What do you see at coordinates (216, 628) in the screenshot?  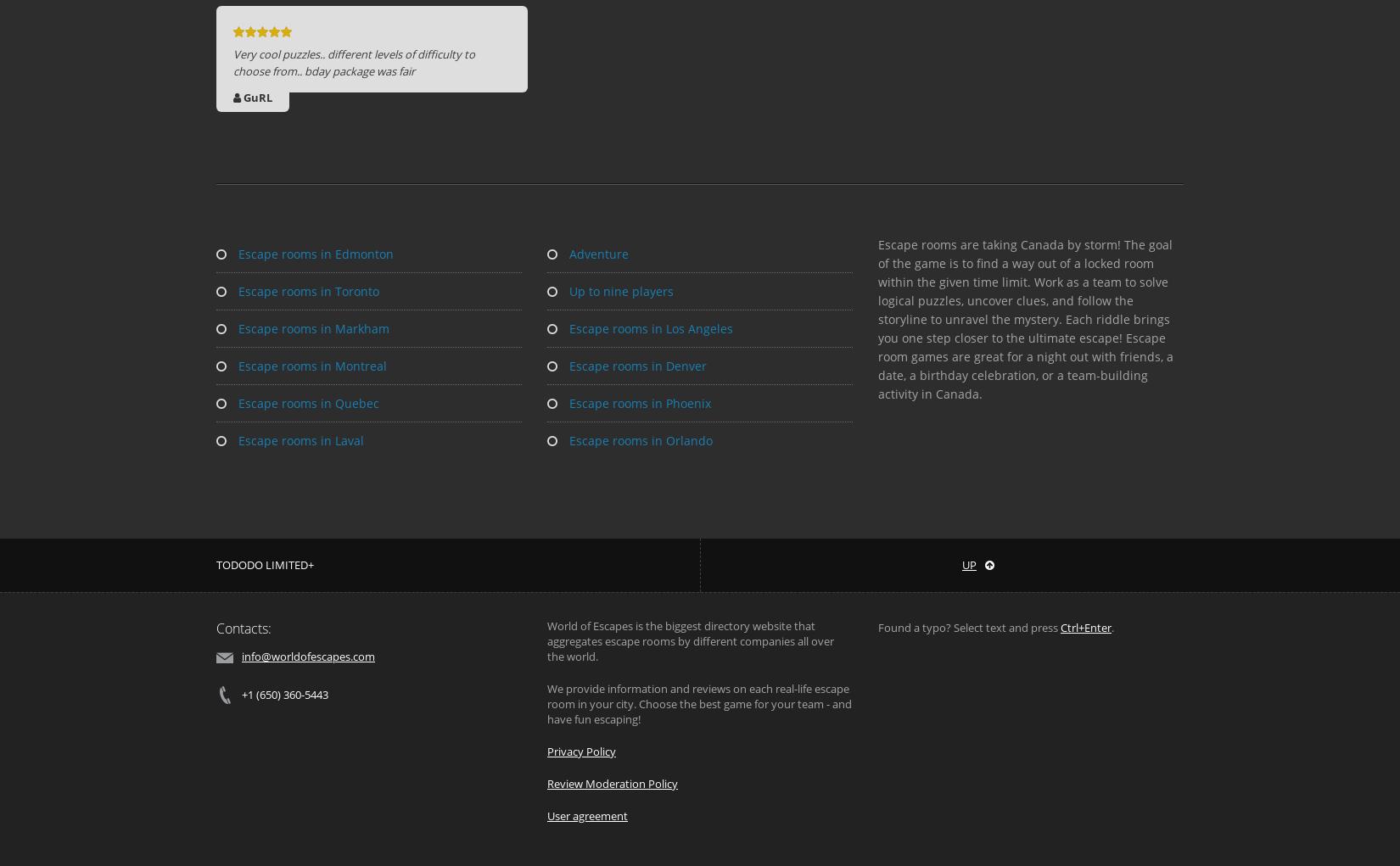 I see `'Contacts:'` at bounding box center [216, 628].